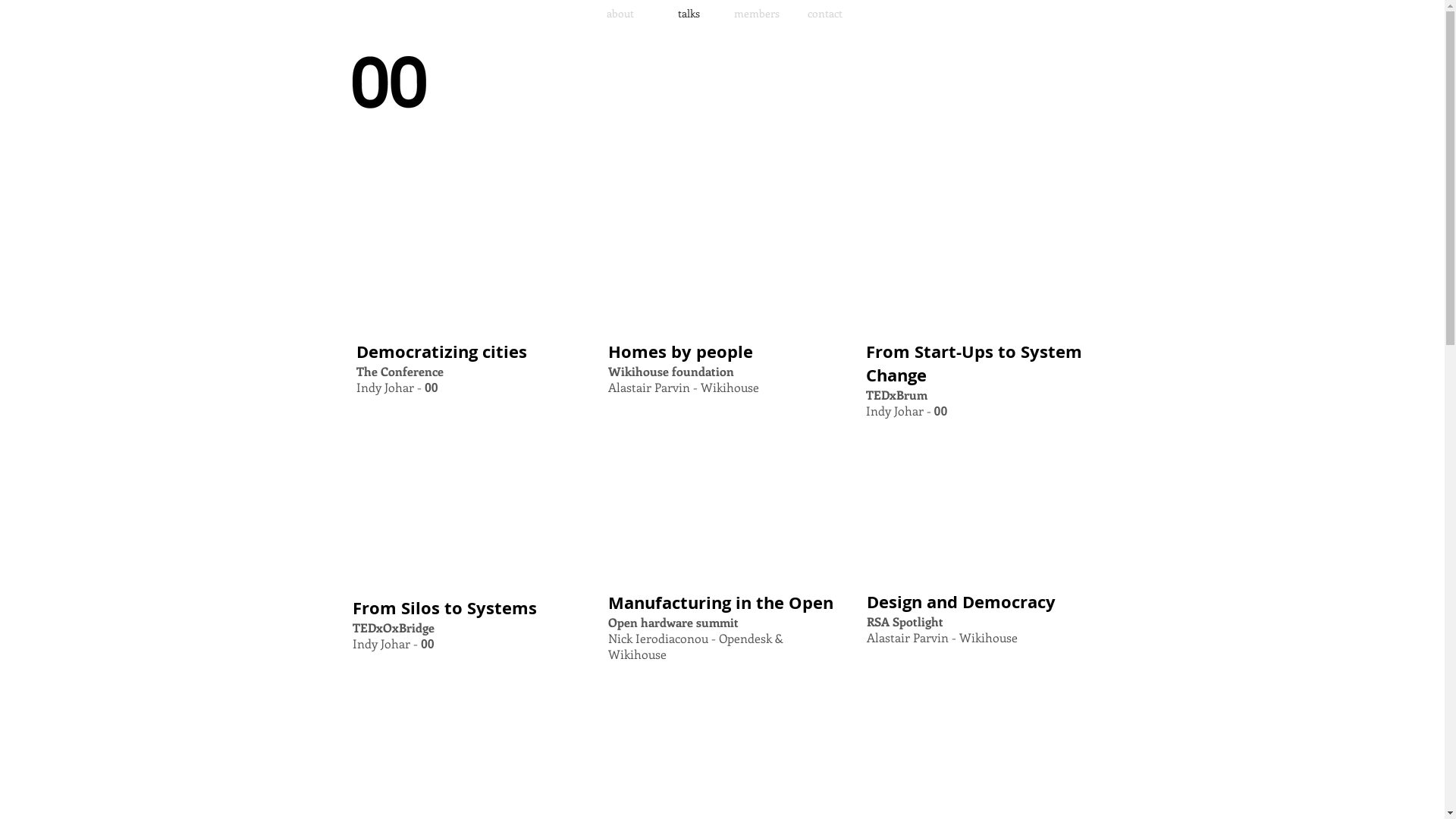 The width and height of the screenshot is (1456, 819). Describe the element at coordinates (979, 253) in the screenshot. I see `'External YouTube'` at that location.